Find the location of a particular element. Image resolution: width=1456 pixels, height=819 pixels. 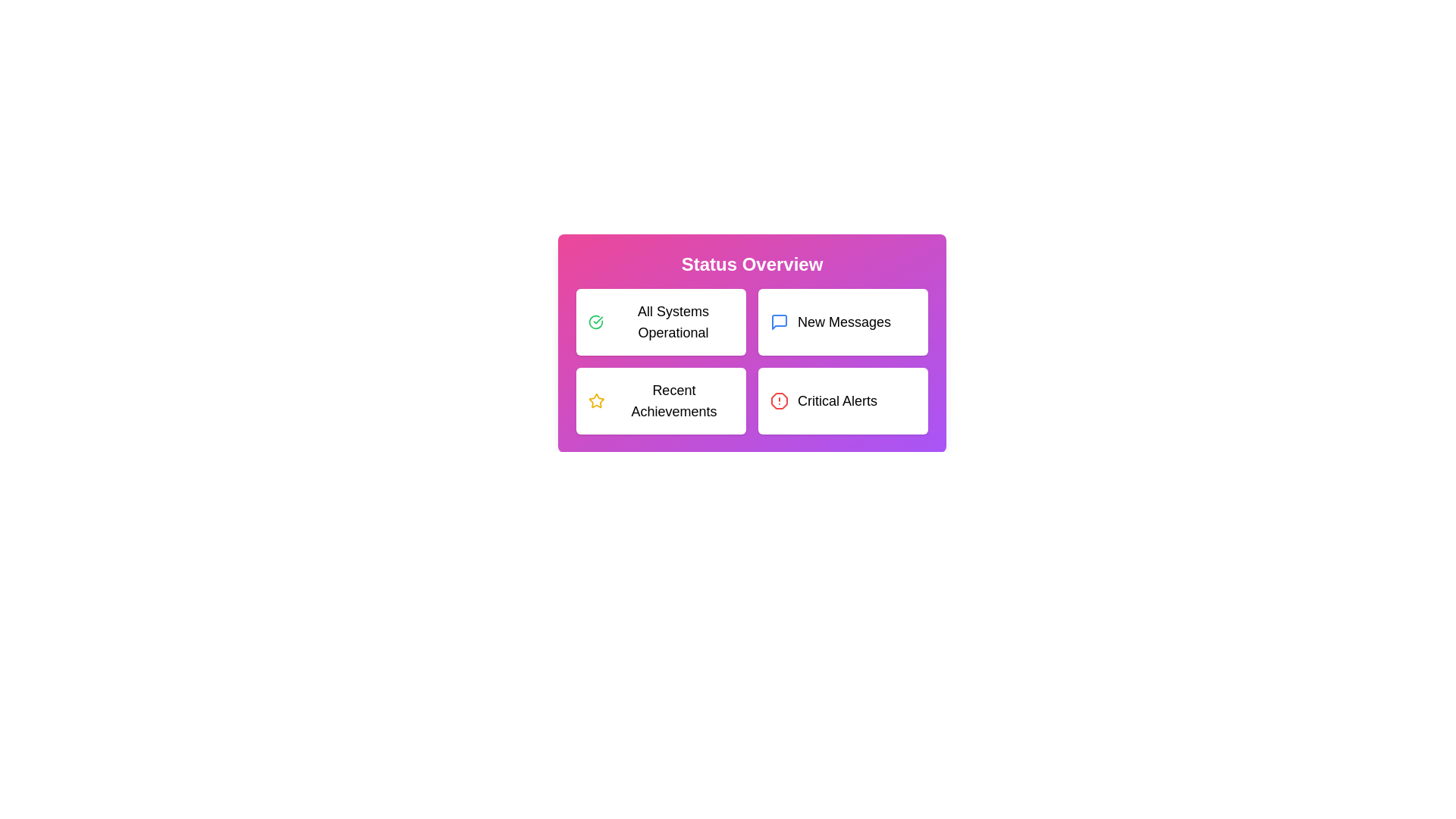

the 'New Messages' text label is located at coordinates (843, 321).